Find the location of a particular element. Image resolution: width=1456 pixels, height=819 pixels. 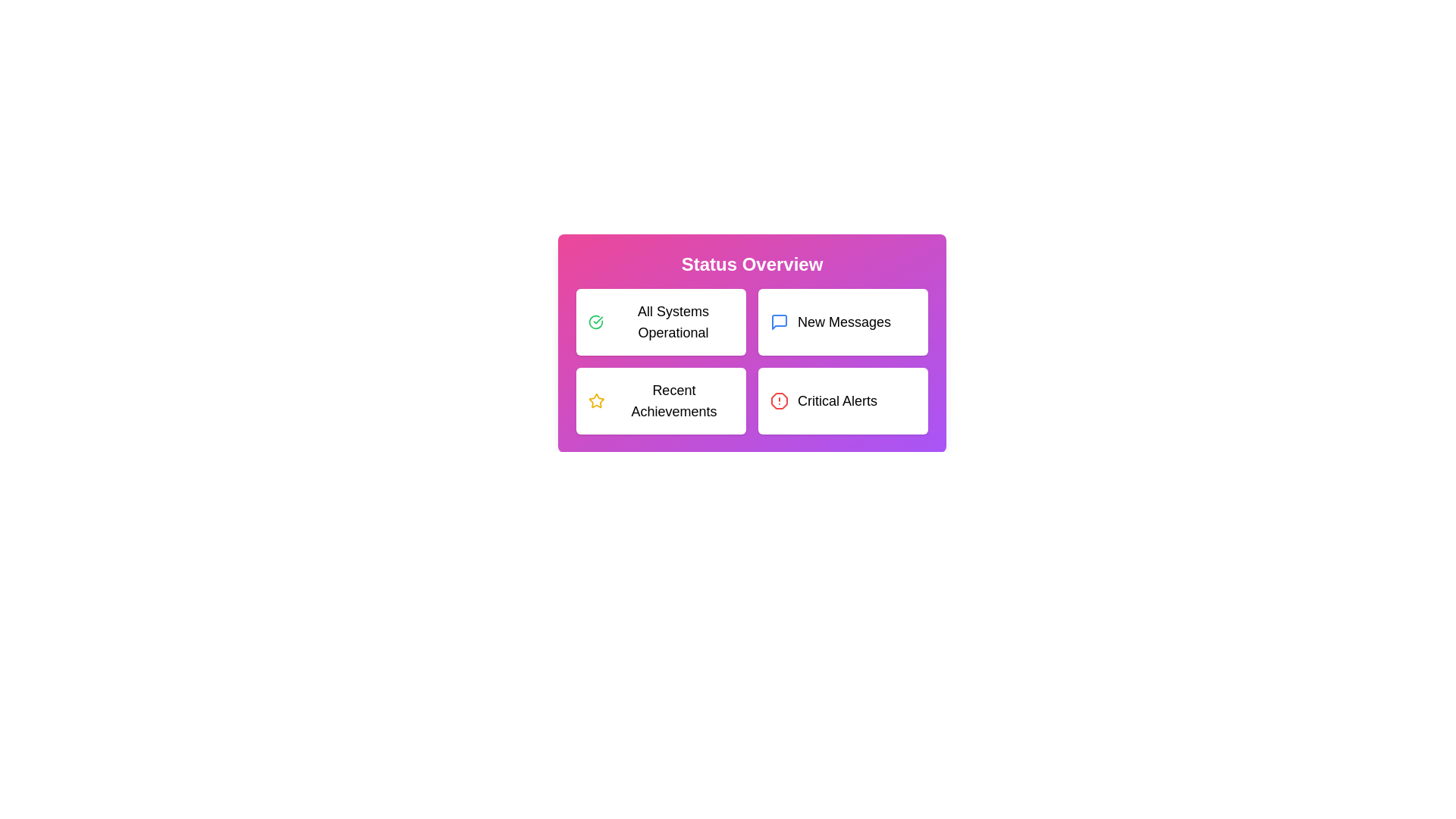

the 'New Messages' text label is located at coordinates (843, 321).